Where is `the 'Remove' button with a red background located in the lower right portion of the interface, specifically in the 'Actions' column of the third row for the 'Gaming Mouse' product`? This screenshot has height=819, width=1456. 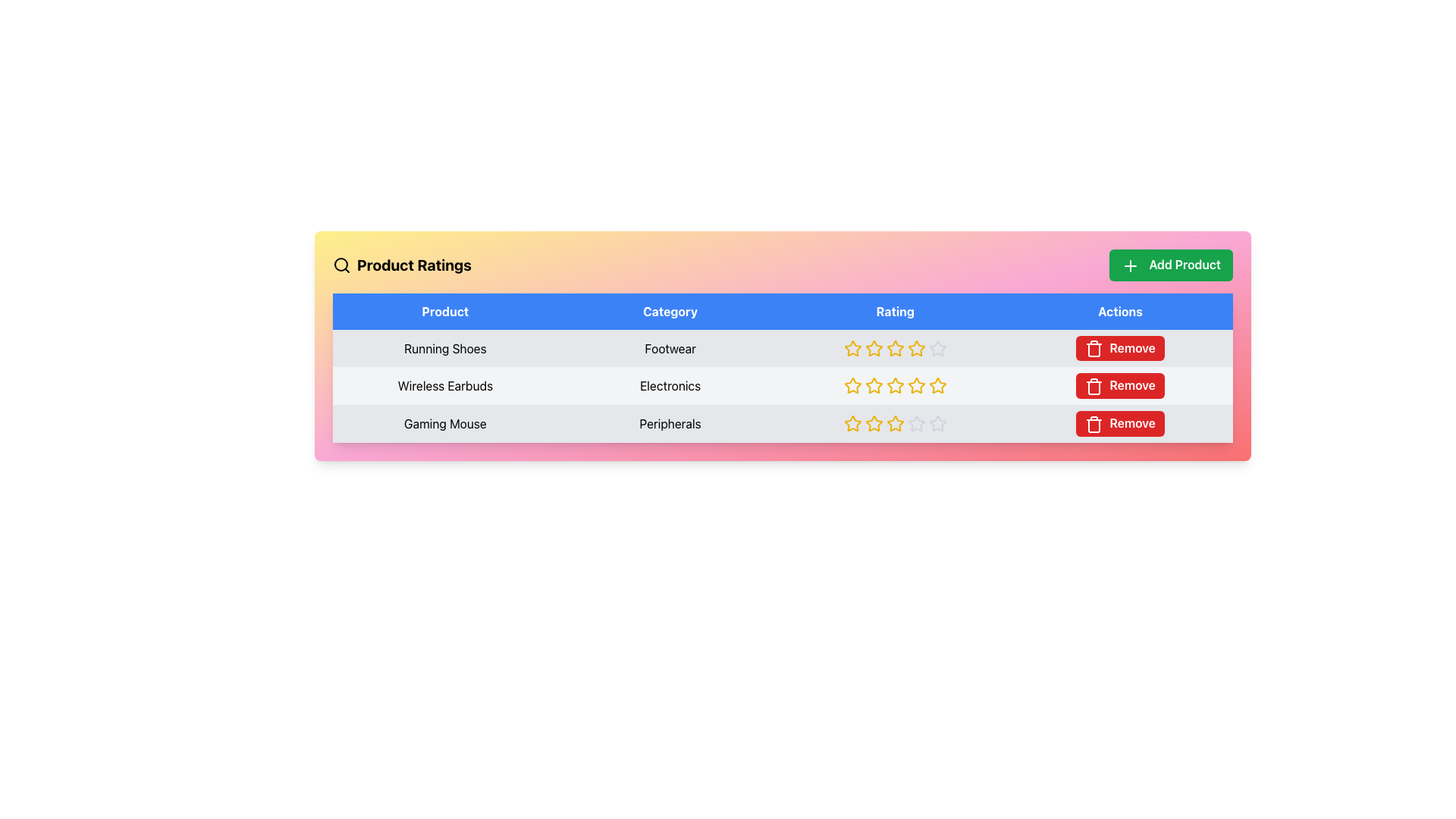 the 'Remove' button with a red background located in the lower right portion of the interface, specifically in the 'Actions' column of the third row for the 'Gaming Mouse' product is located at coordinates (1120, 424).